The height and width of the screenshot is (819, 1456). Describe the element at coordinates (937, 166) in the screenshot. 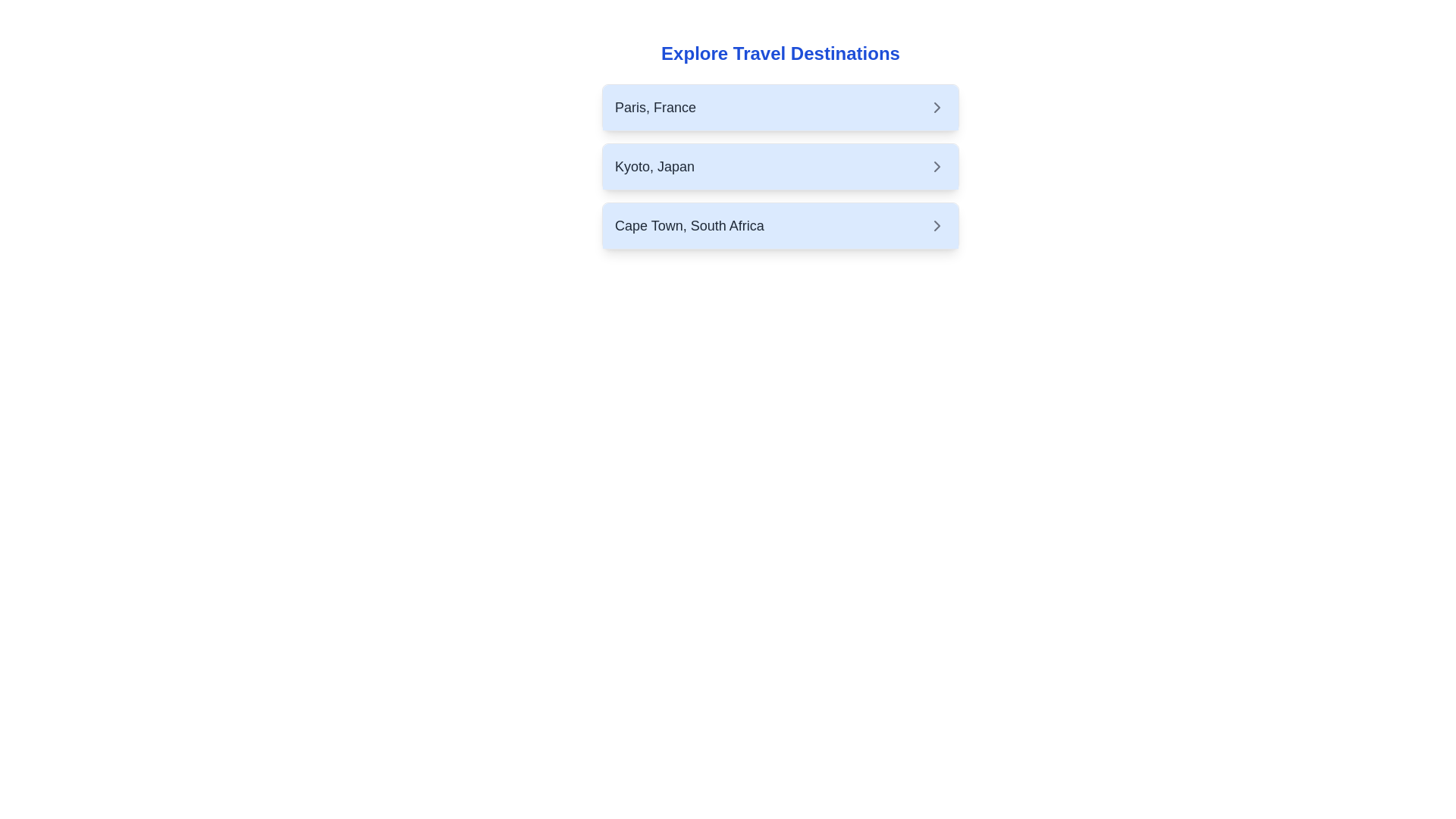

I see `the small right arrow icon located to the right of the text 'Kyoto, Japan' in the travel destinations list` at that location.